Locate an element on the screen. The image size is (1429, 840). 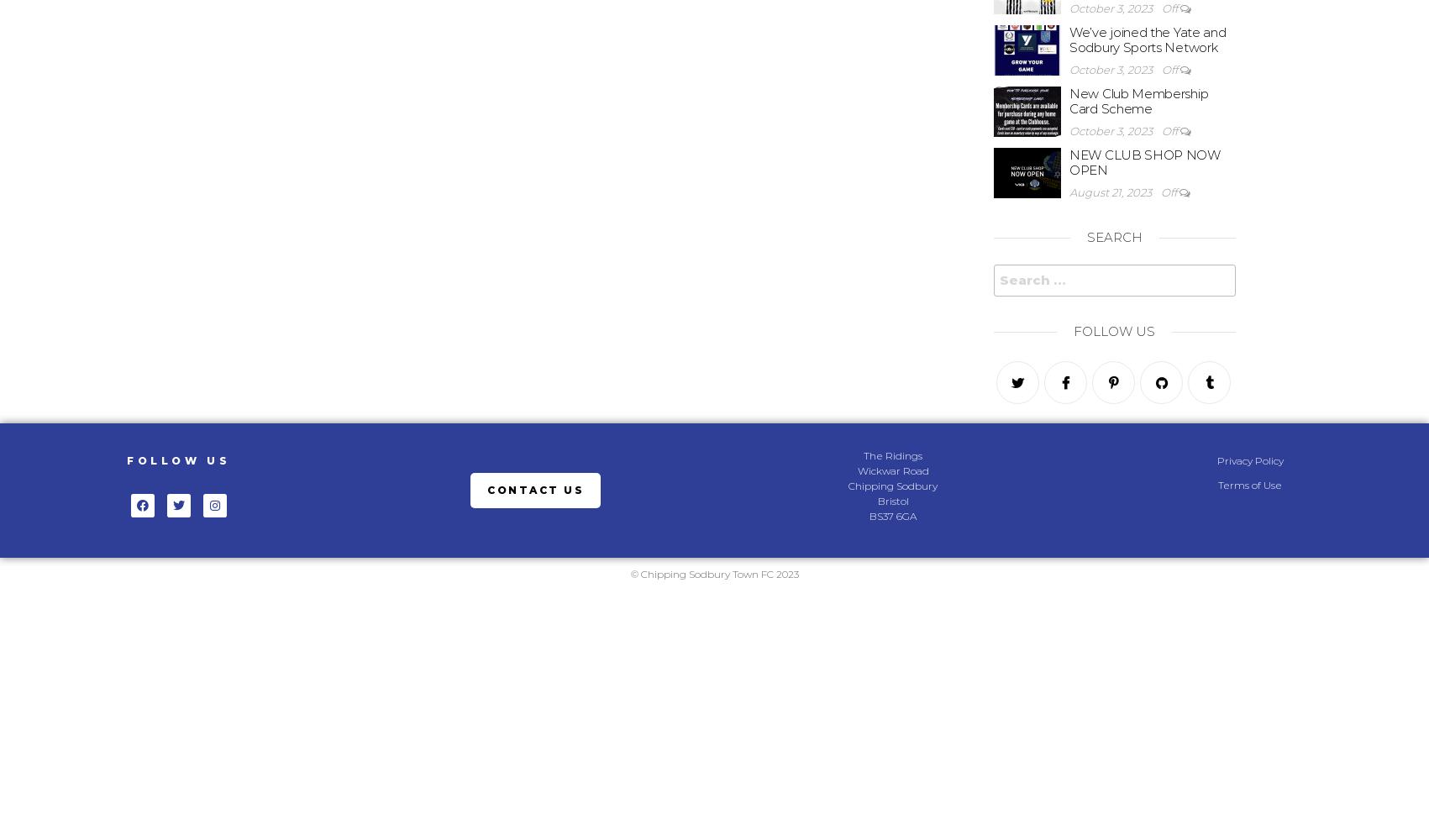
'© Chipping Sodbury Town FC 2023' is located at coordinates (713, 574).